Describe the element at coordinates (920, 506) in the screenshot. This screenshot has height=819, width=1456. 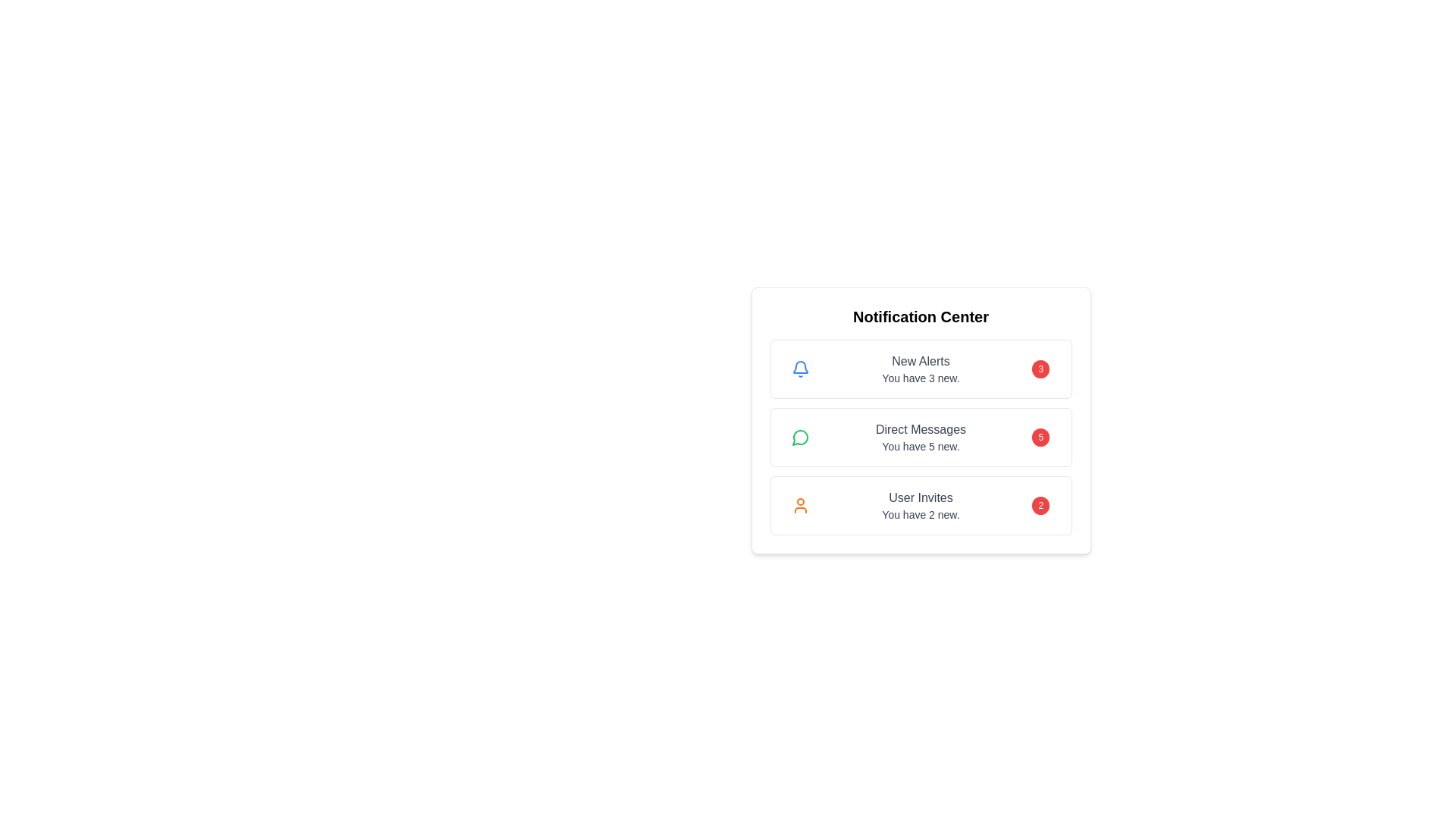
I see `the 'User Invites' information display, which shows the status message 'You have 2 new.' and is located in the third notification entry of the Notification Center` at that location.